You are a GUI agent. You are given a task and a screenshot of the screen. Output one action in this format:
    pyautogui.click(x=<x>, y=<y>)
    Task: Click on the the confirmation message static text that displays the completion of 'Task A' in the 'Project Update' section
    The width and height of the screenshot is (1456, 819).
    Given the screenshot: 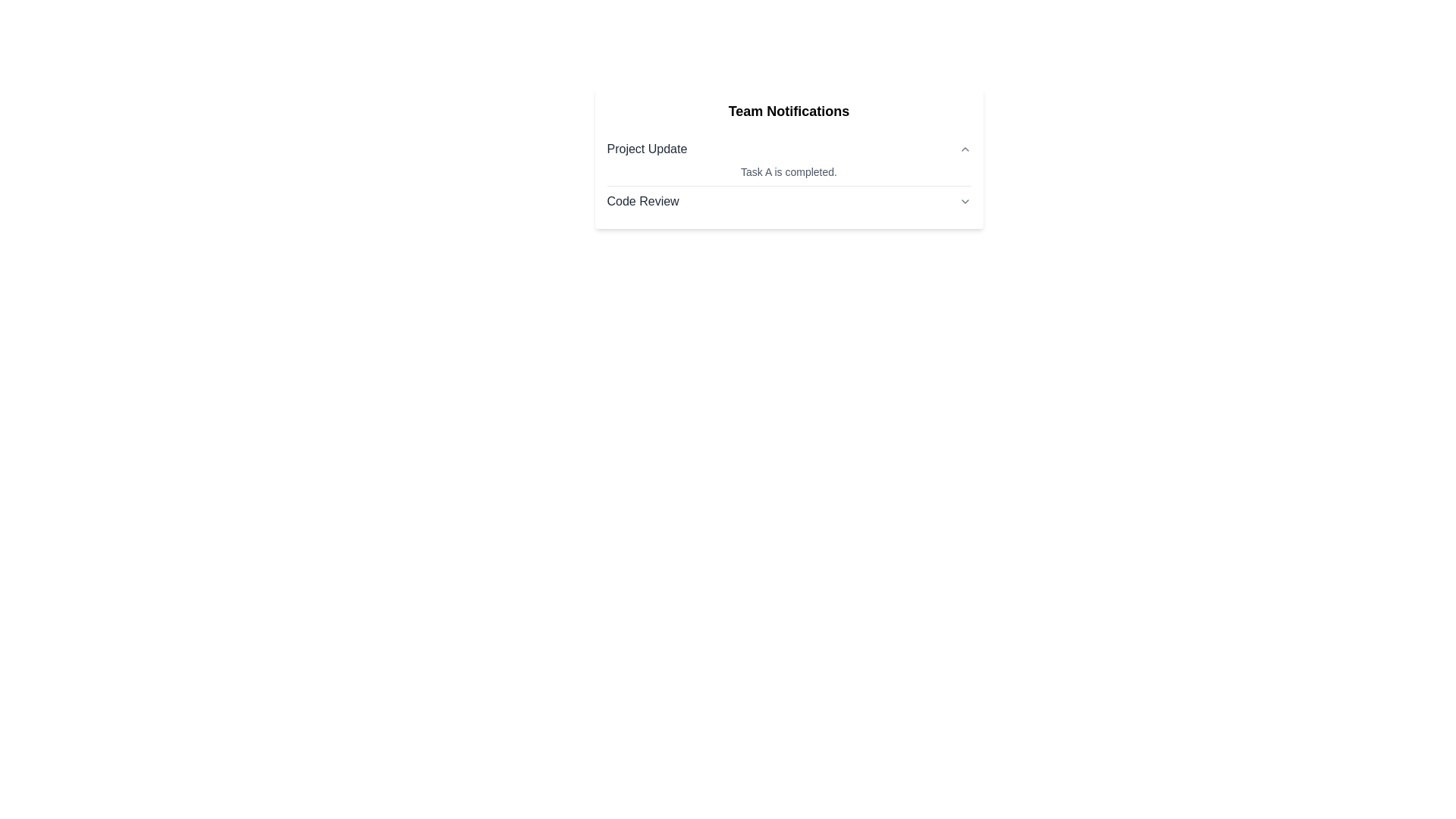 What is the action you would take?
    pyautogui.click(x=789, y=171)
    